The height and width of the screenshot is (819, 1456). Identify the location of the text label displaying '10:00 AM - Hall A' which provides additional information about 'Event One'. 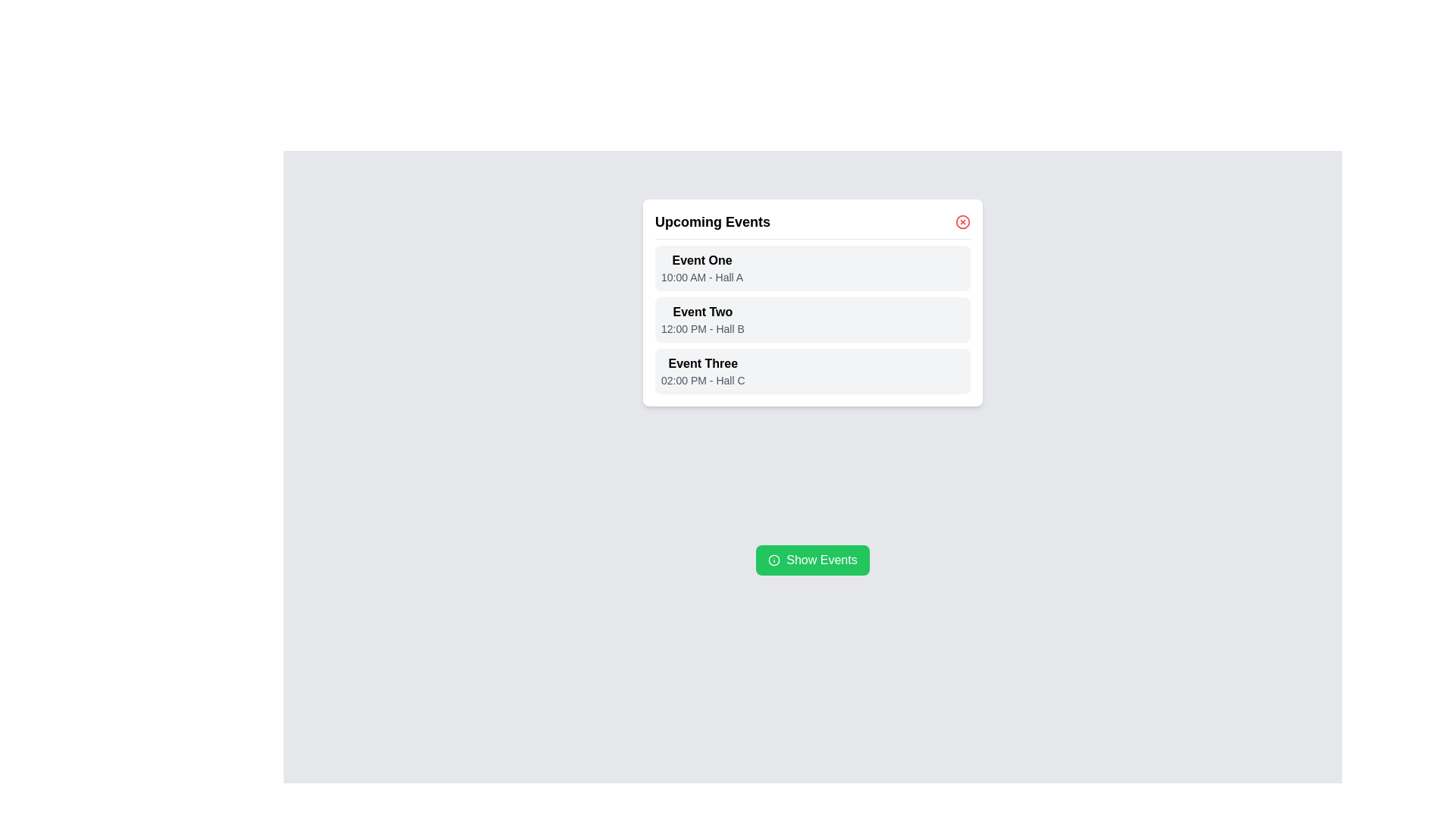
(701, 278).